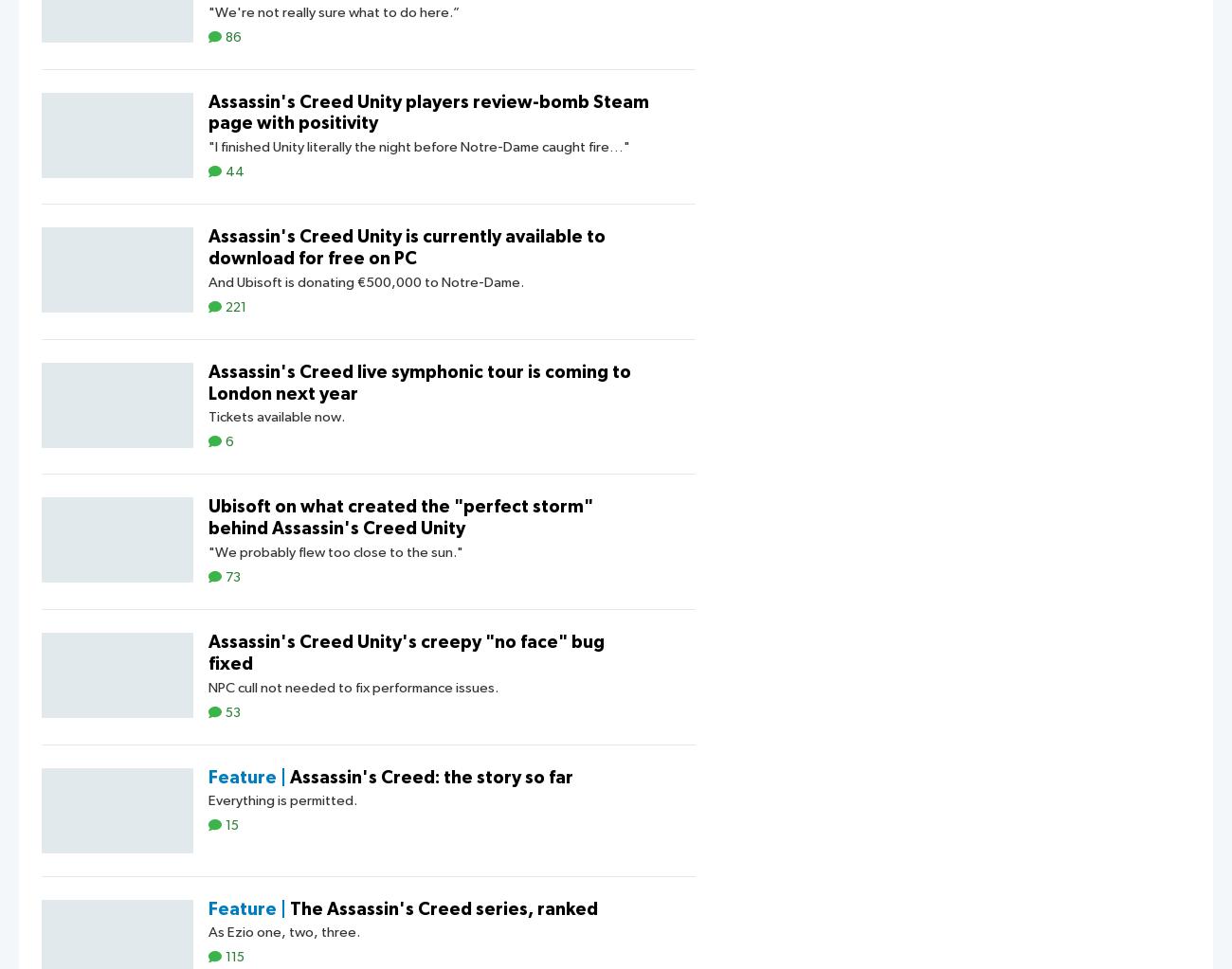  What do you see at coordinates (284, 932) in the screenshot?
I see `'As Ezio one, two, three.'` at bounding box center [284, 932].